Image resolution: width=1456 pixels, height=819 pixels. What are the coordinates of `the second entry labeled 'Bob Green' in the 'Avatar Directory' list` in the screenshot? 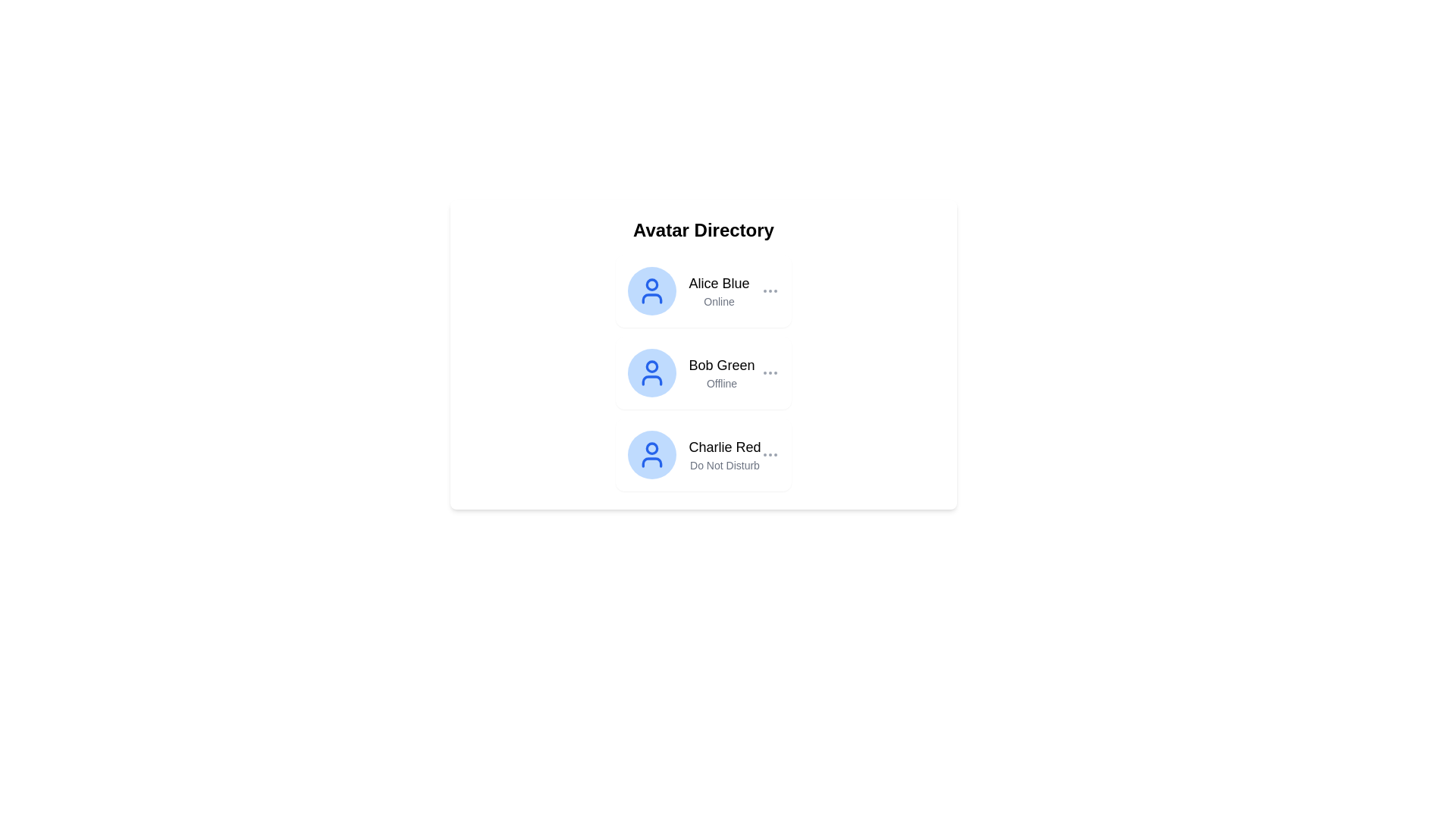 It's located at (702, 354).